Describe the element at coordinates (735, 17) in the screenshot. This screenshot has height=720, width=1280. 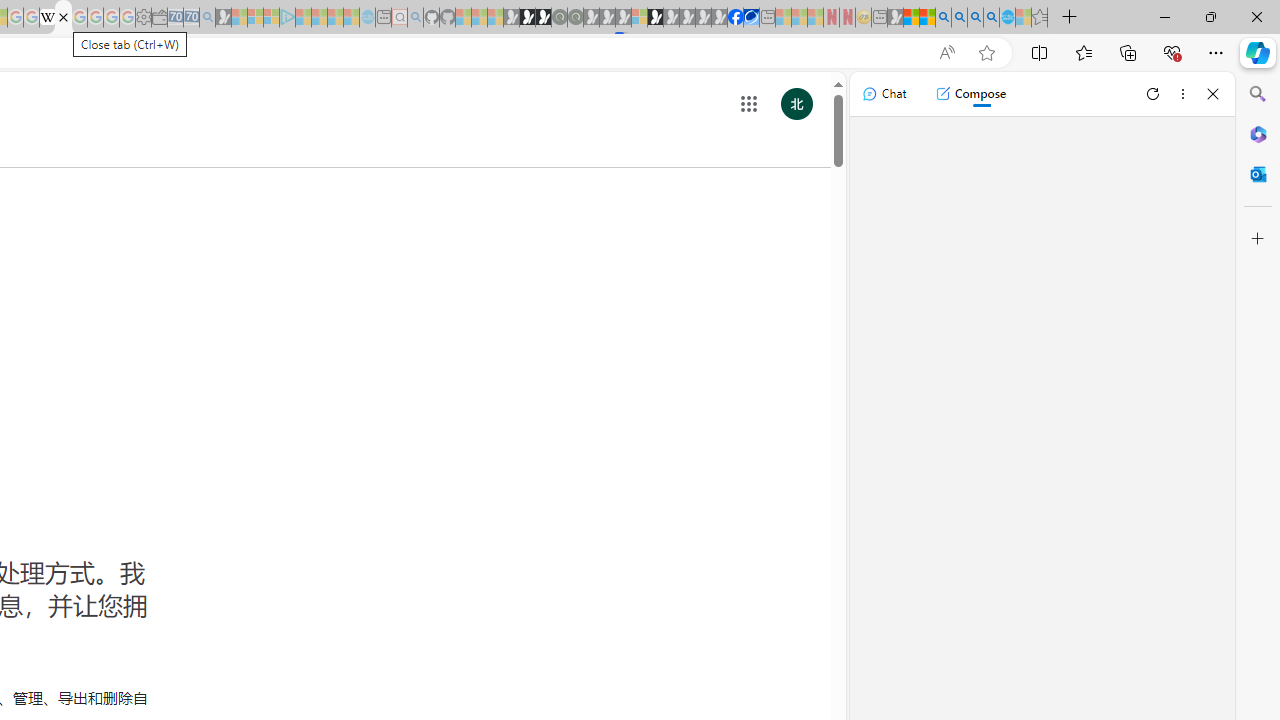
I see `'Nordace | Facebook'` at that location.